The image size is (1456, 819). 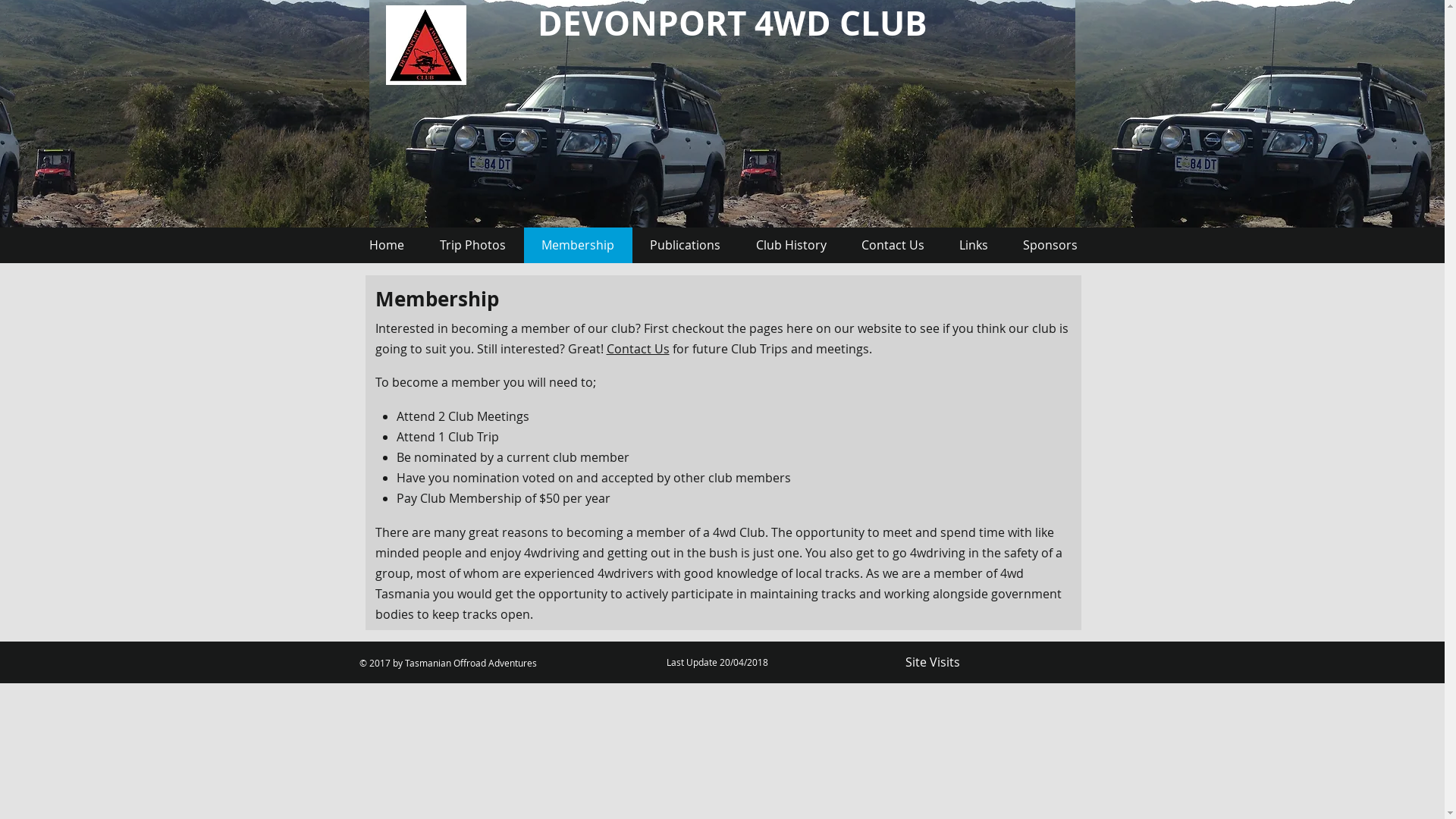 I want to click on 'Club History', so click(x=790, y=244).